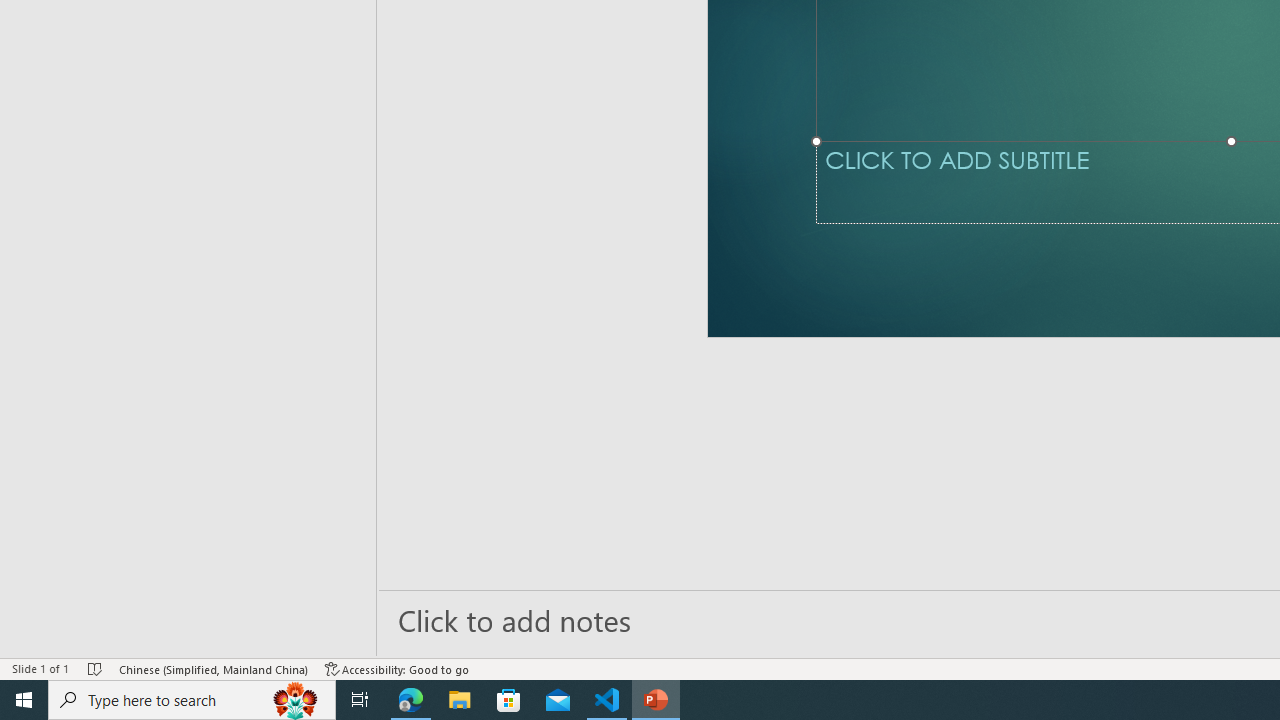 The image size is (1280, 720). Describe the element at coordinates (397, 669) in the screenshot. I see `'Accessibility Checker Accessibility: Good to go'` at that location.